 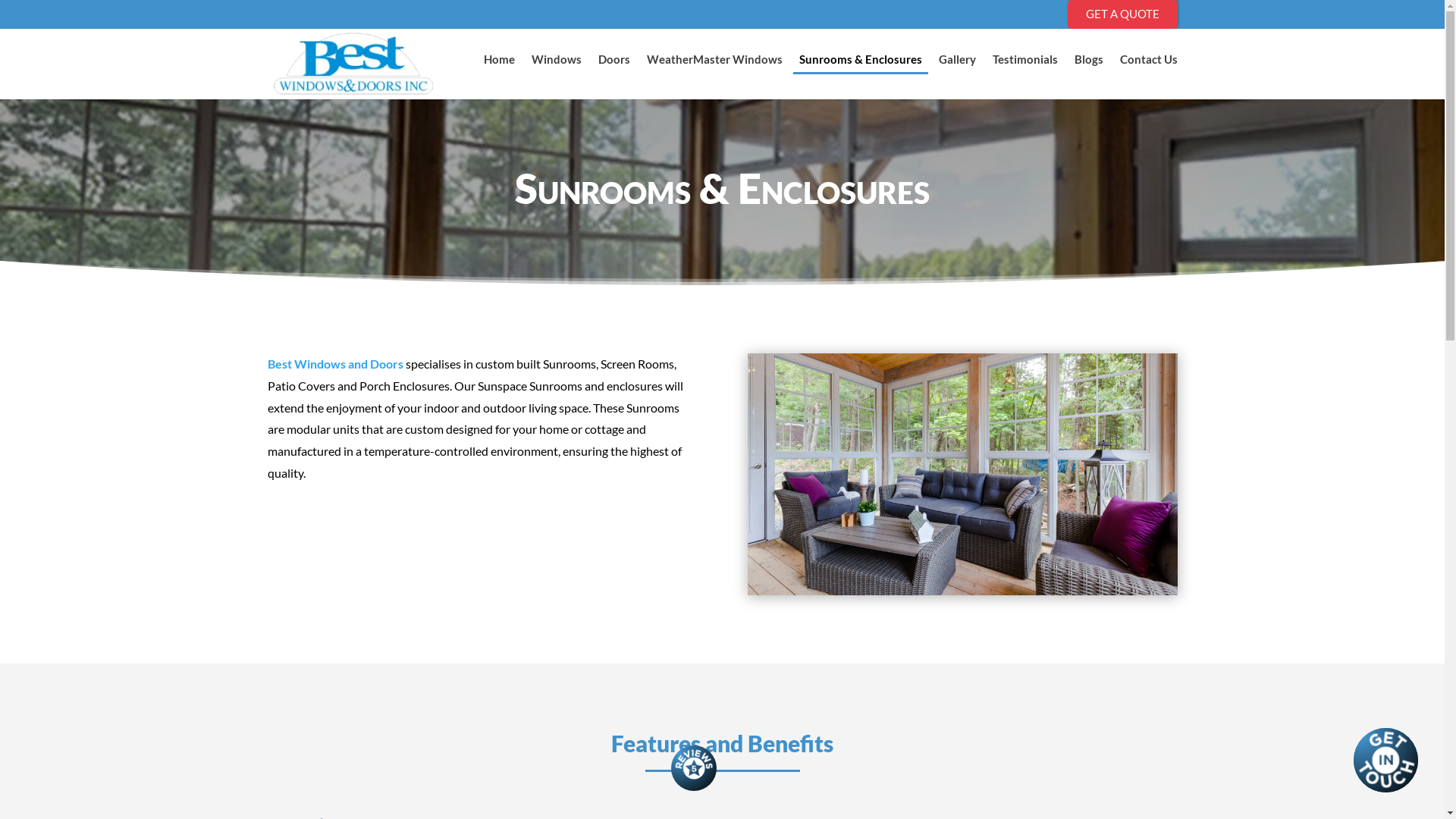 I want to click on 'Sunrooms & Enclosures', so click(x=860, y=76).